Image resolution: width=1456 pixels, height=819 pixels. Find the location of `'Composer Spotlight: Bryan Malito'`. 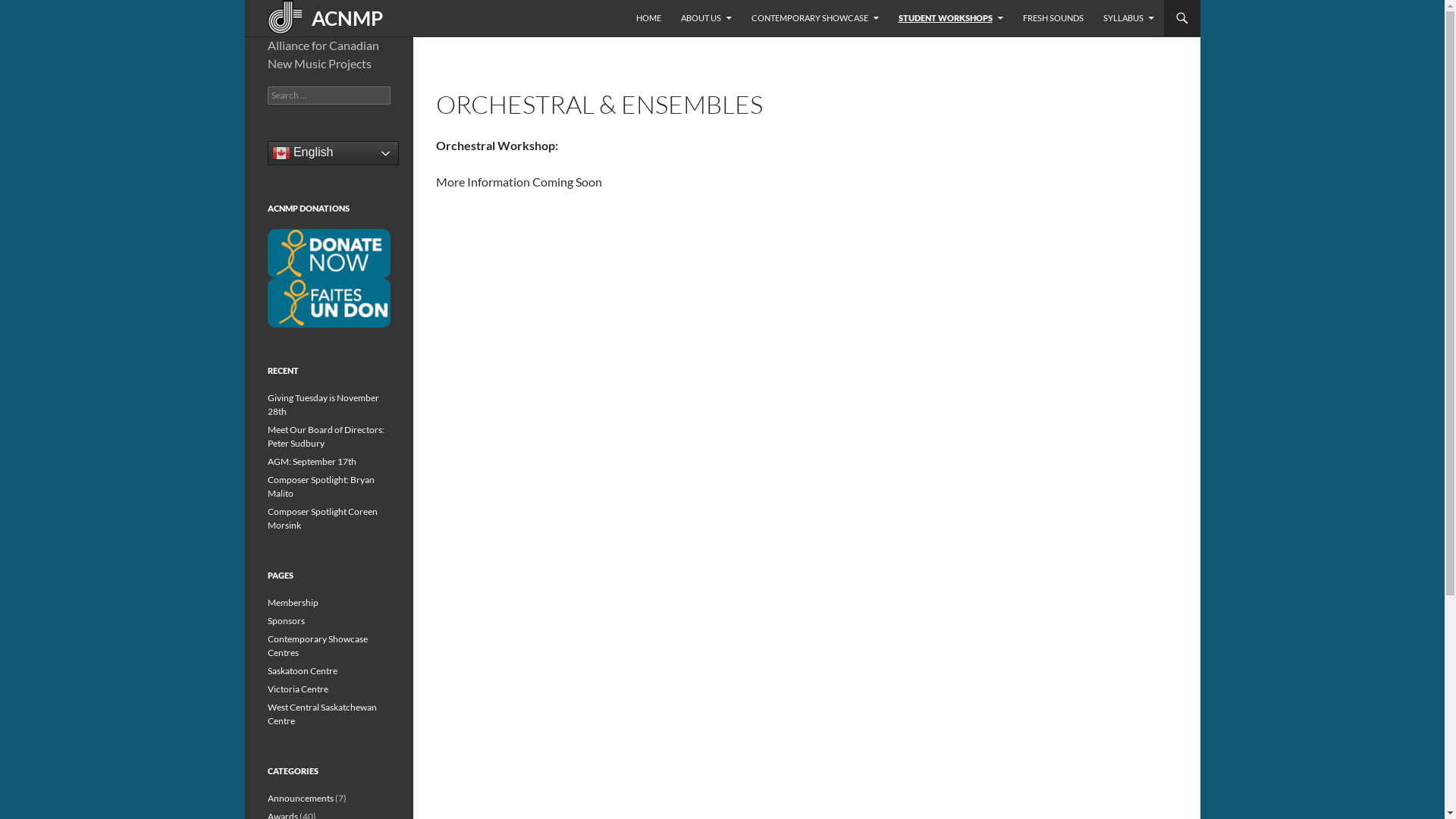

'Composer Spotlight: Bryan Malito' is located at coordinates (319, 486).